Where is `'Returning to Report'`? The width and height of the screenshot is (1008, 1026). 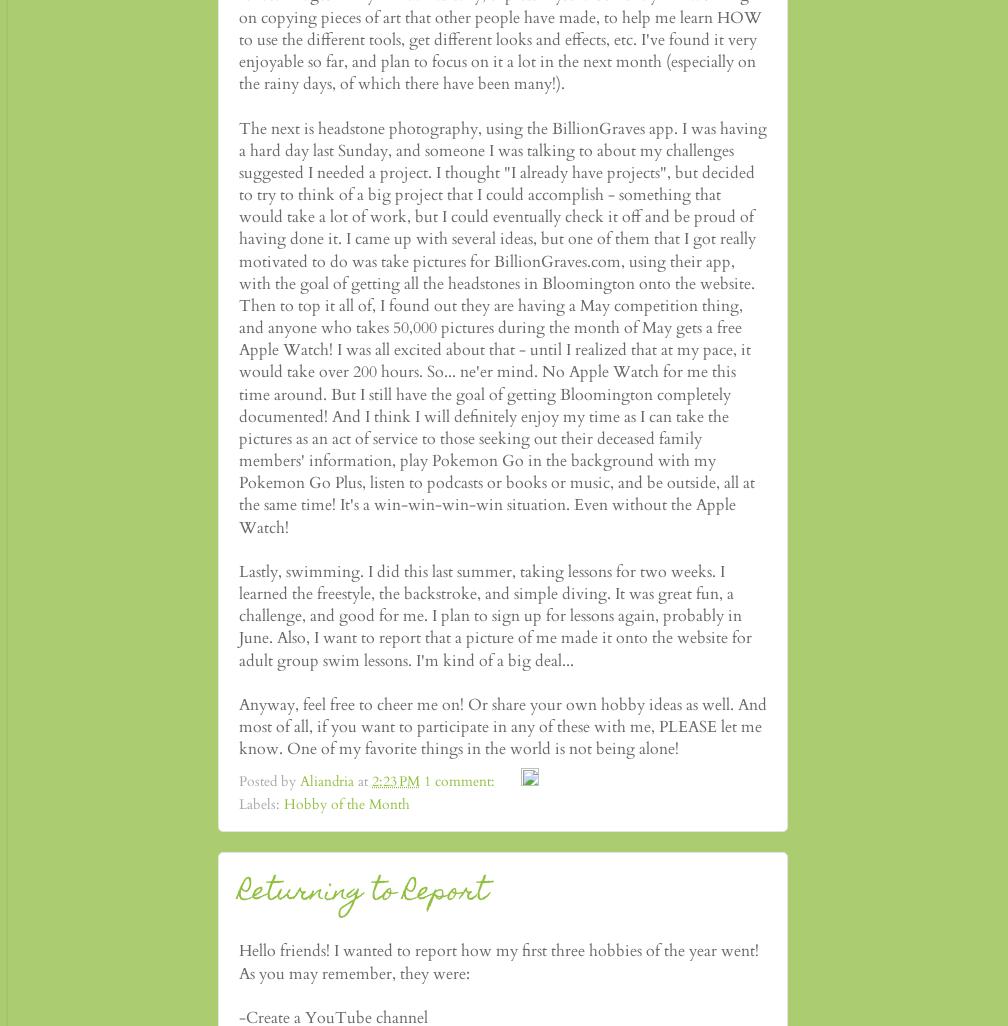
'Returning to Report' is located at coordinates (363, 891).